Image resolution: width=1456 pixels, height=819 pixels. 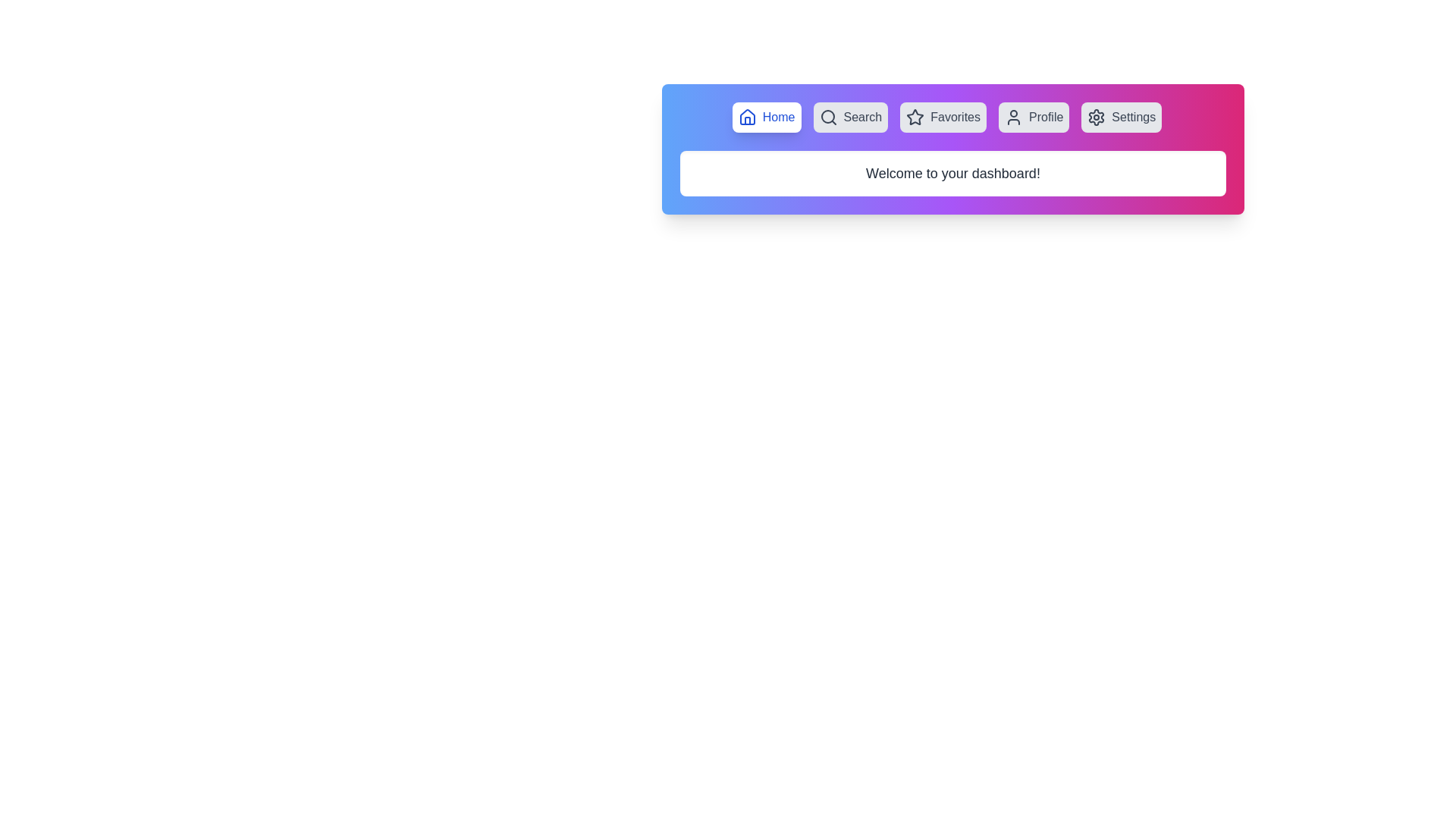 I want to click on the settings button, which is the last button in the horizontal navigation menu positioned to the far right, following the 'Profile' button, so click(x=1122, y=116).